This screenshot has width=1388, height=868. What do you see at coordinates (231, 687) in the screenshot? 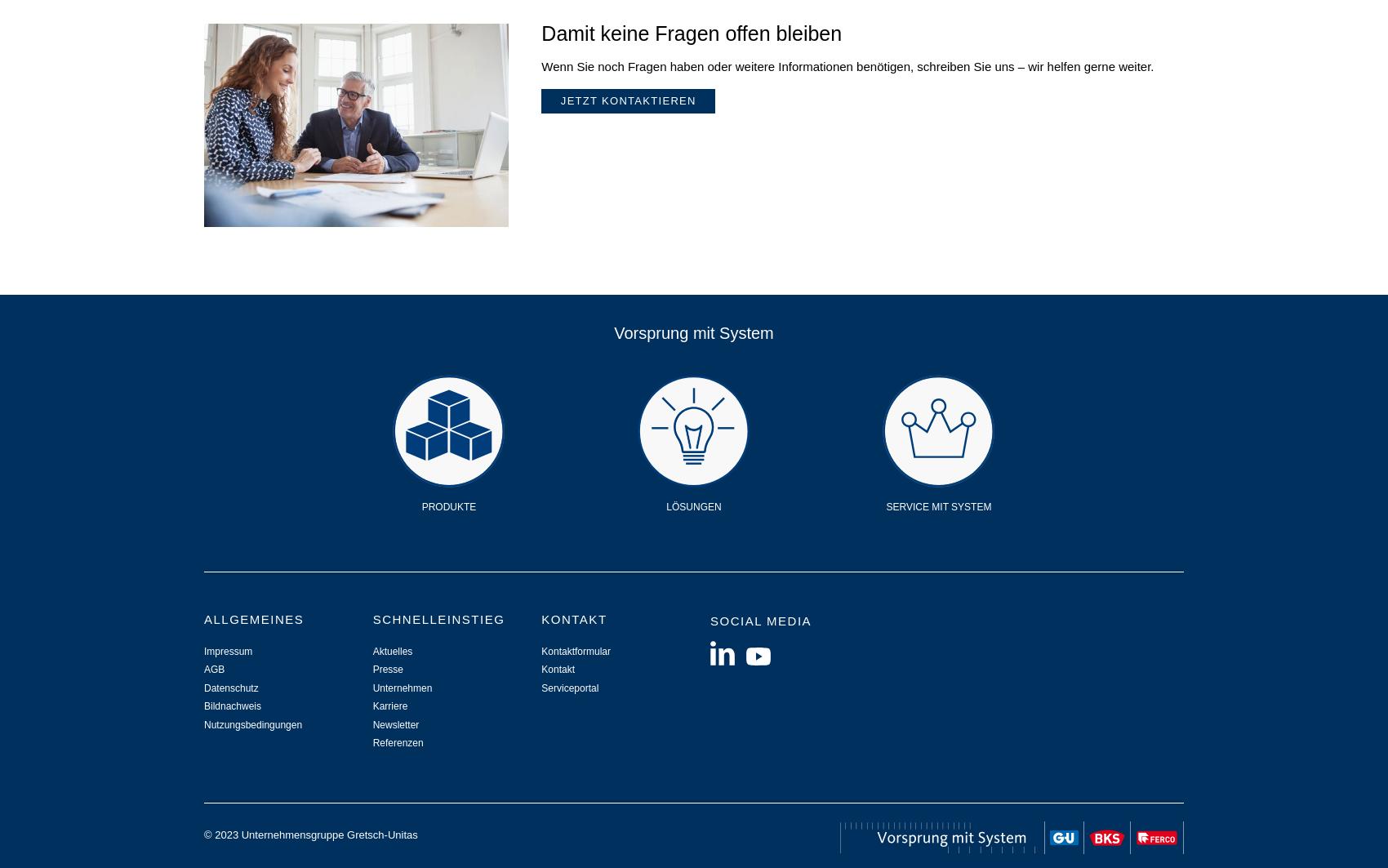
I see `'Datenschutz'` at bounding box center [231, 687].